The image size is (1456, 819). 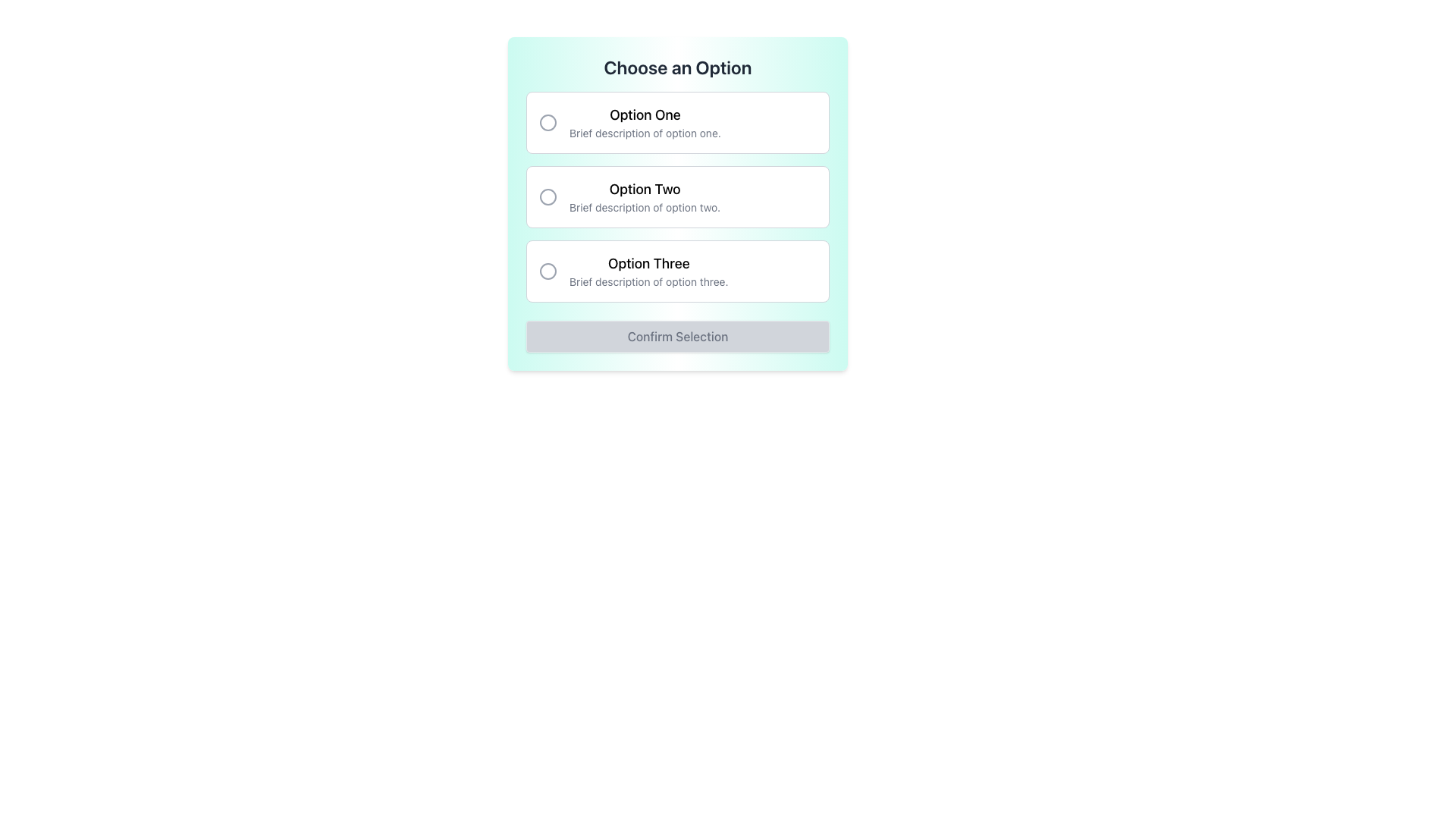 What do you see at coordinates (548, 196) in the screenshot?
I see `the SVG Circle that represents the selection state for 'Option Two' in the vertical list of options` at bounding box center [548, 196].